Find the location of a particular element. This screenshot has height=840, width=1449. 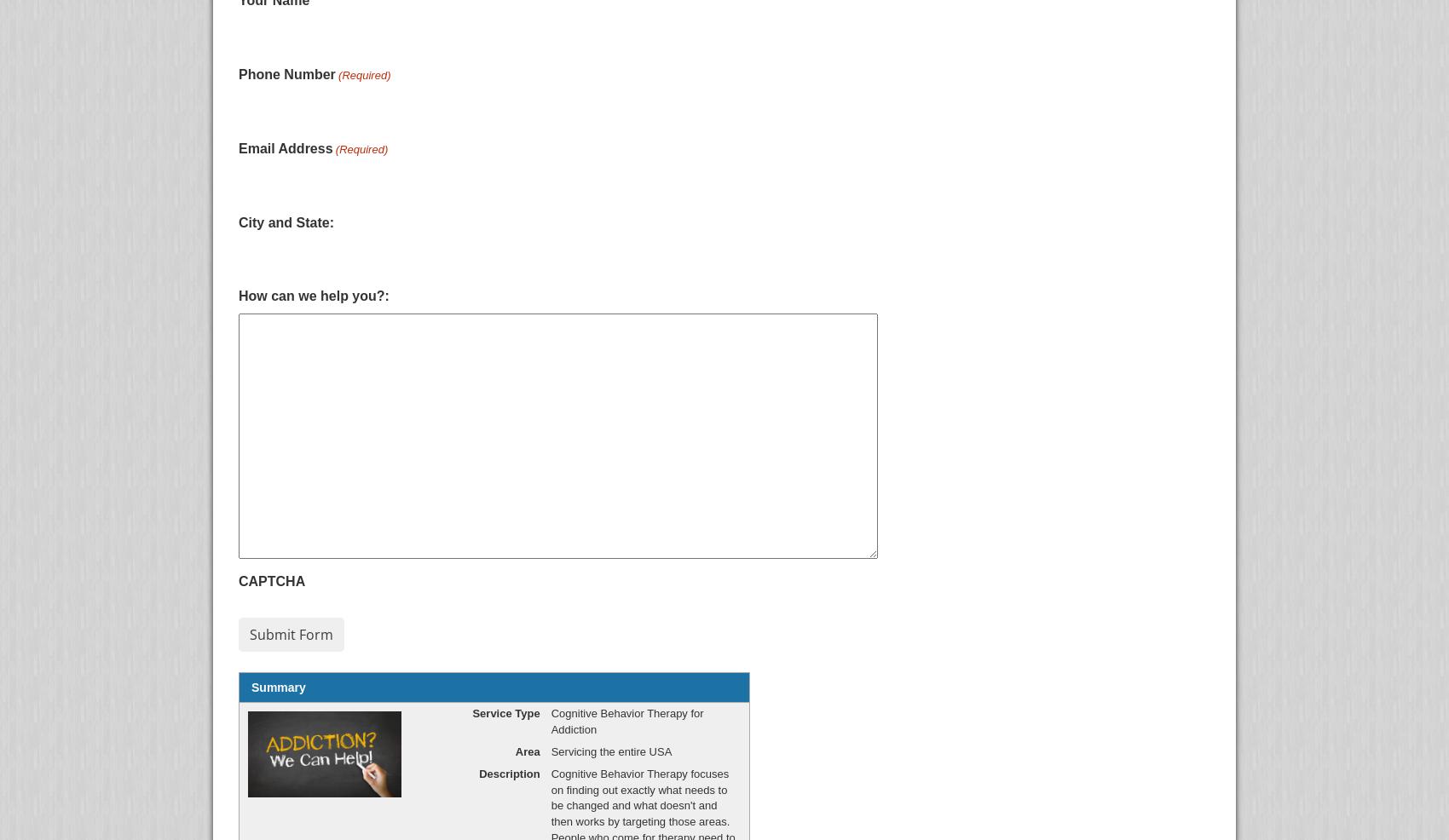

'Cognitive Behavior Therapy for Addiction' is located at coordinates (626, 720).